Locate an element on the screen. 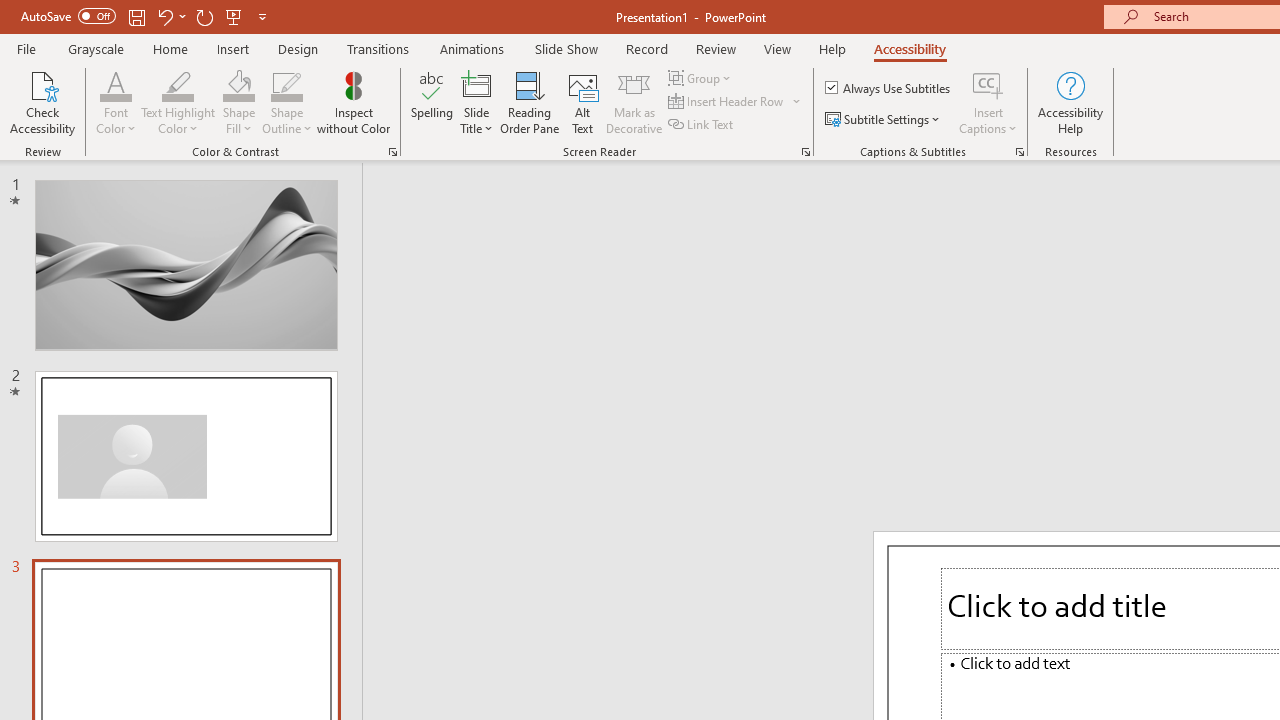  'Screen Reader' is located at coordinates (805, 150).